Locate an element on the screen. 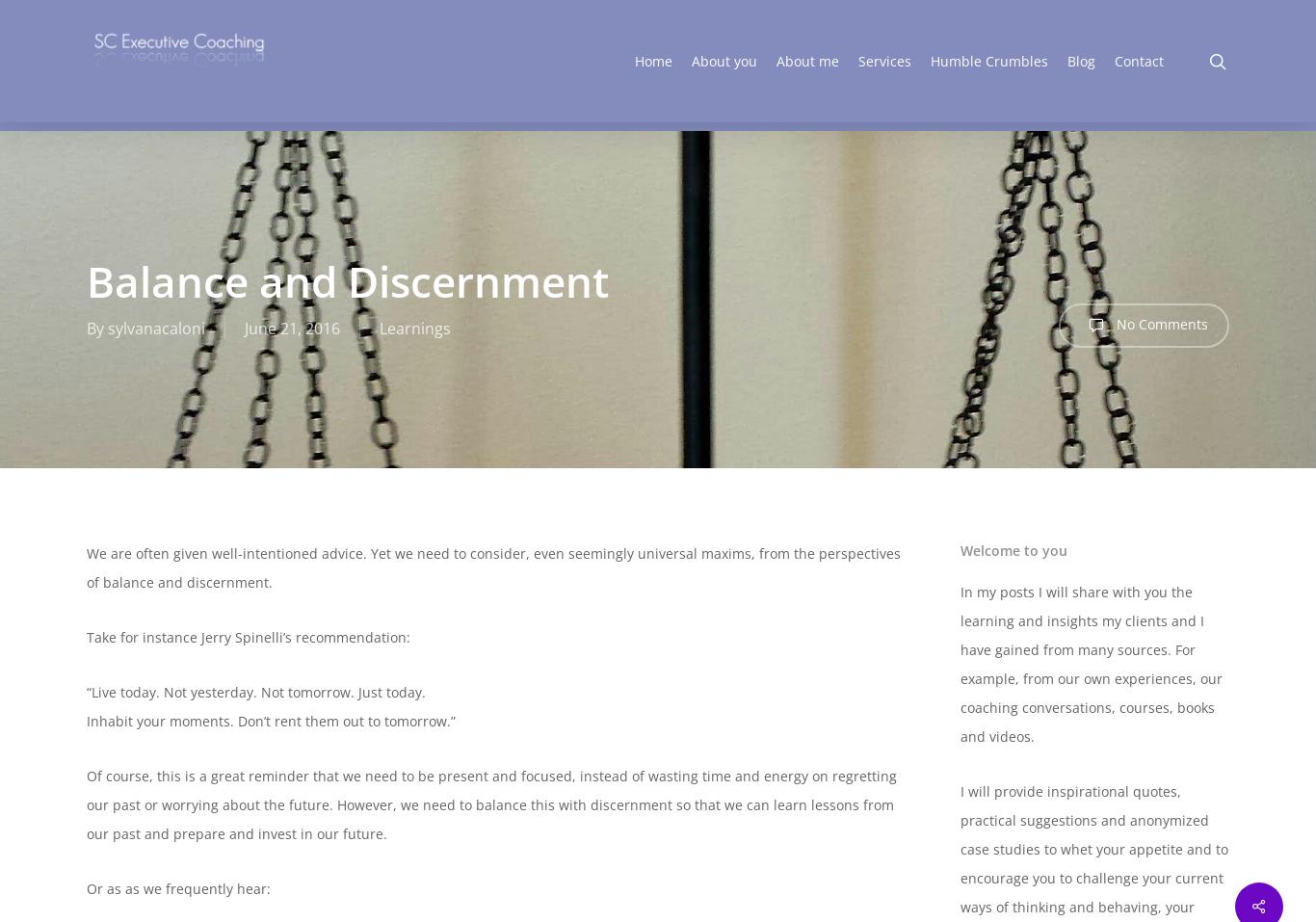  'Services' is located at coordinates (884, 64).